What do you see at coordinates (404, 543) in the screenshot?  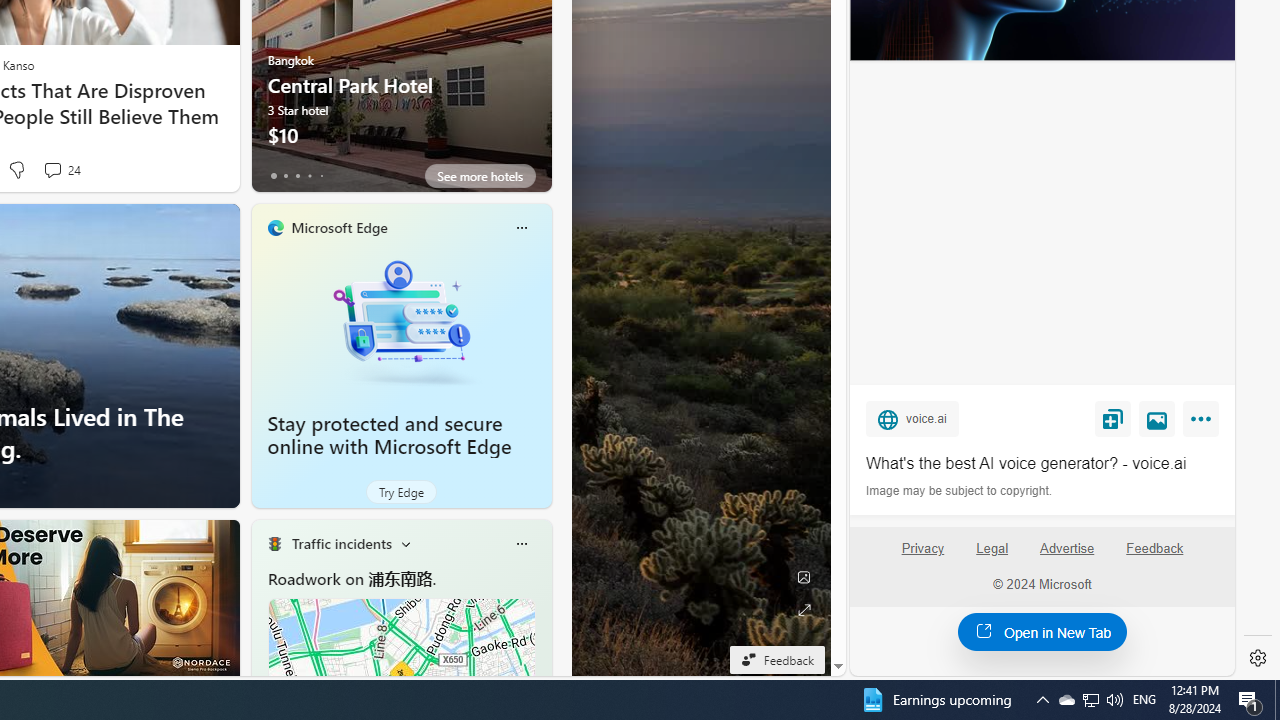 I see `'Change scenarios'` at bounding box center [404, 543].